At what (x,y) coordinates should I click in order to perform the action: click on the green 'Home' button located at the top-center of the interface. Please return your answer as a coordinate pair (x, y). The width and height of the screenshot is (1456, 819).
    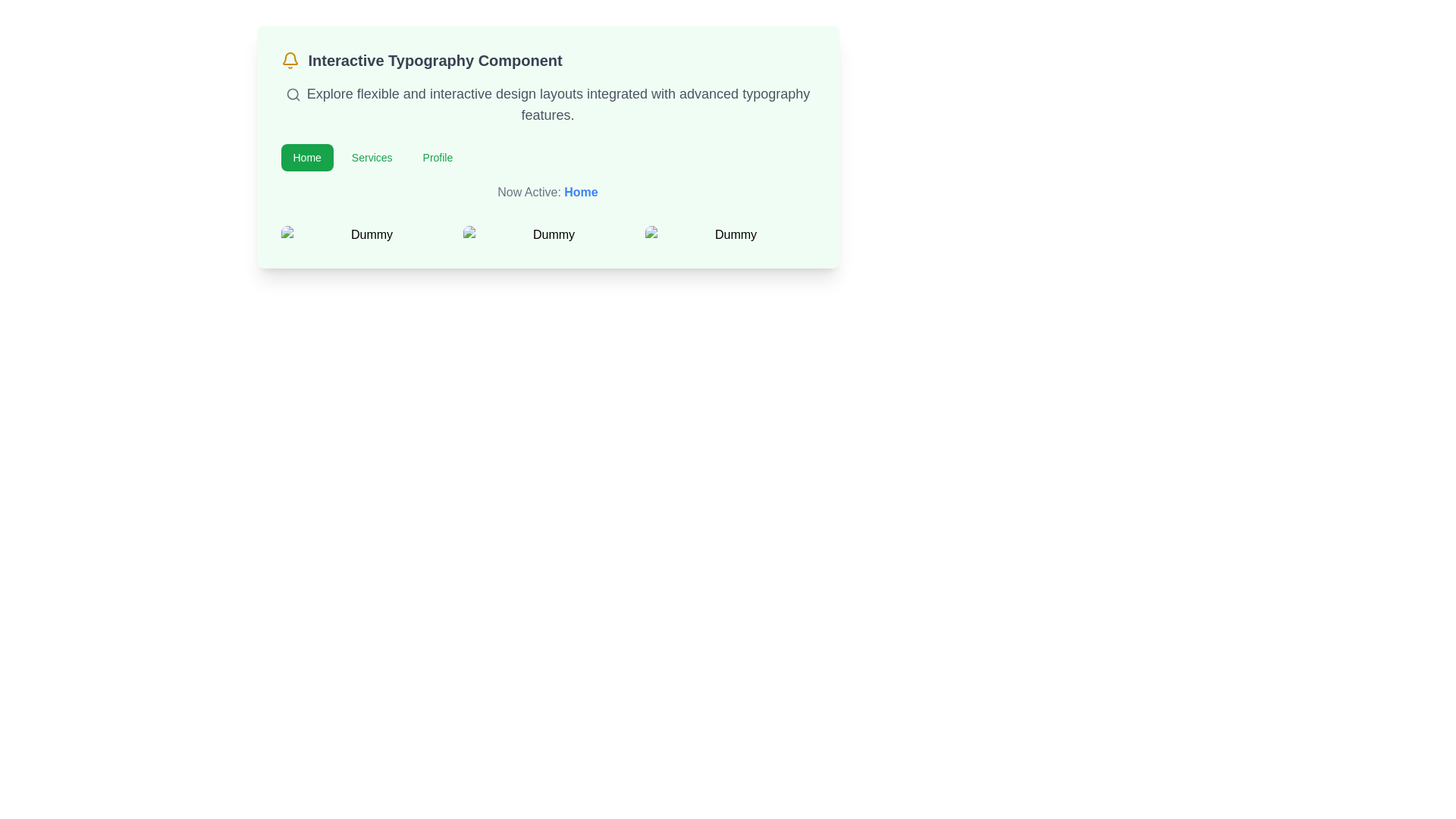
    Looking at the image, I should click on (306, 158).